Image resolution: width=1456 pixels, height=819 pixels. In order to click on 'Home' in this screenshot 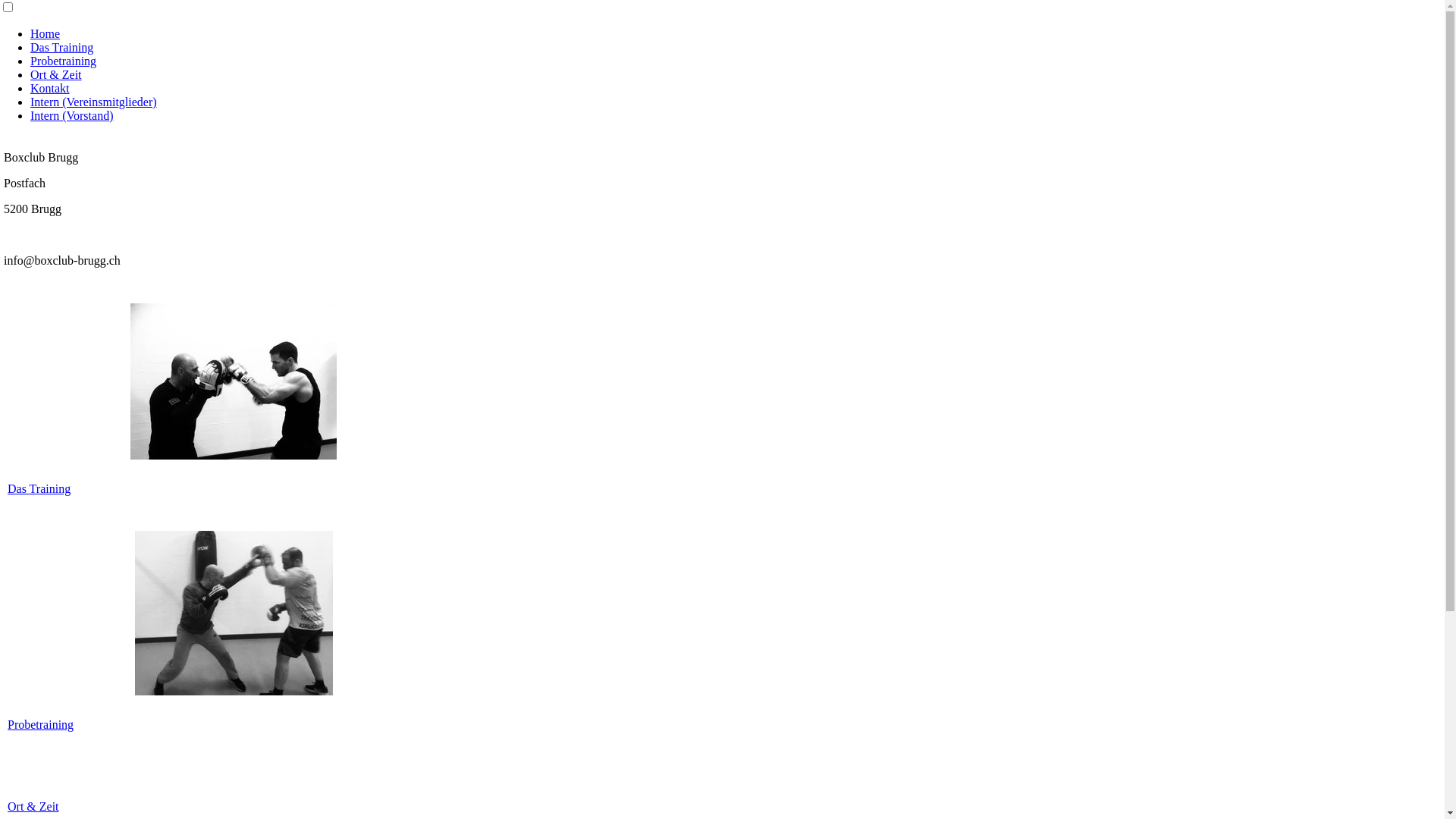, I will do `click(30, 33)`.